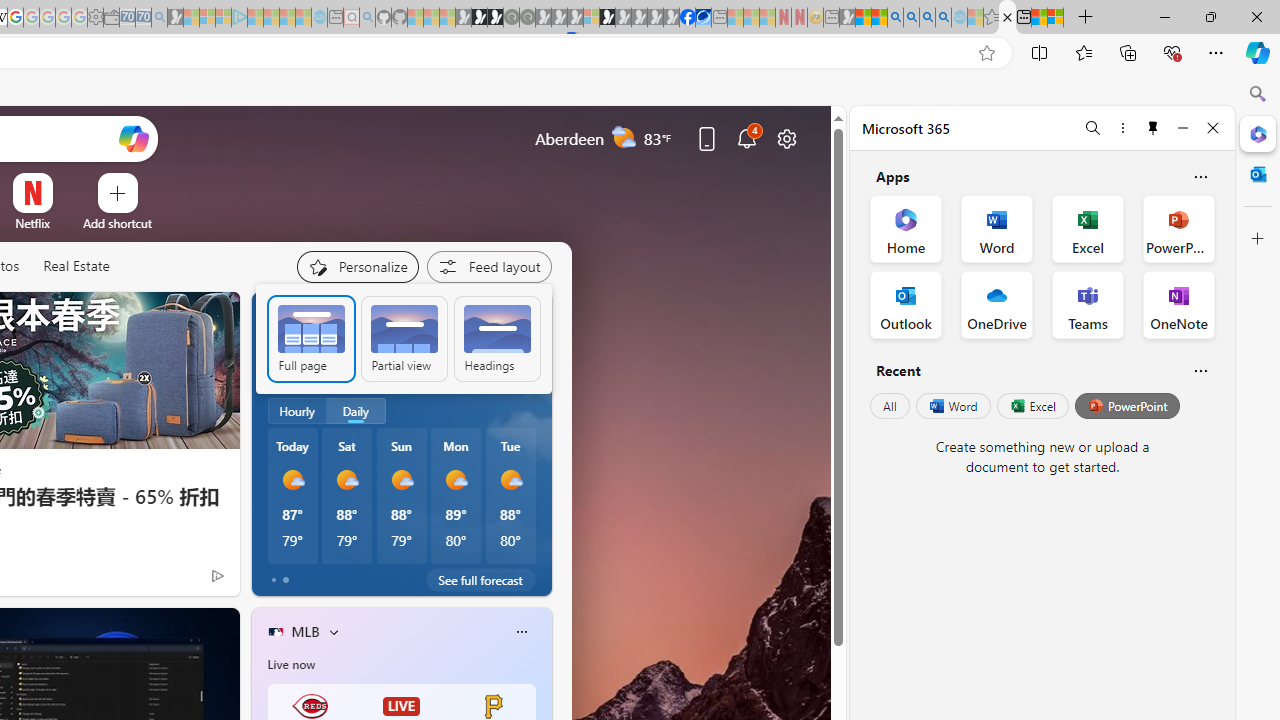 The height and width of the screenshot is (720, 1280). Describe the element at coordinates (1257, 238) in the screenshot. I see `'Close Customize pane'` at that location.